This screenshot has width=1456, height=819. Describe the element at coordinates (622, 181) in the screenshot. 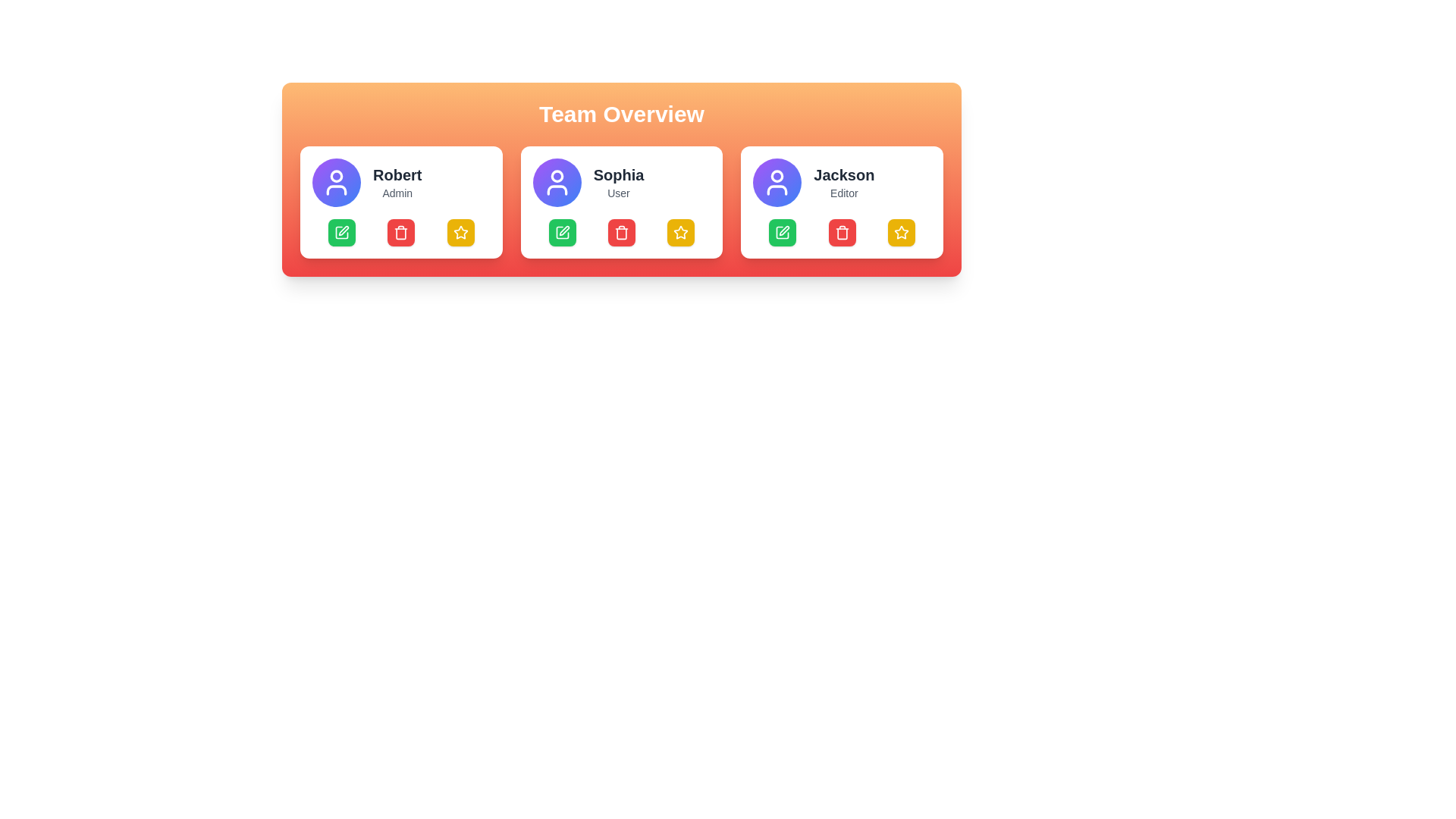

I see `the User Profile Card displaying the user's name and role, which is centrally positioned` at that location.